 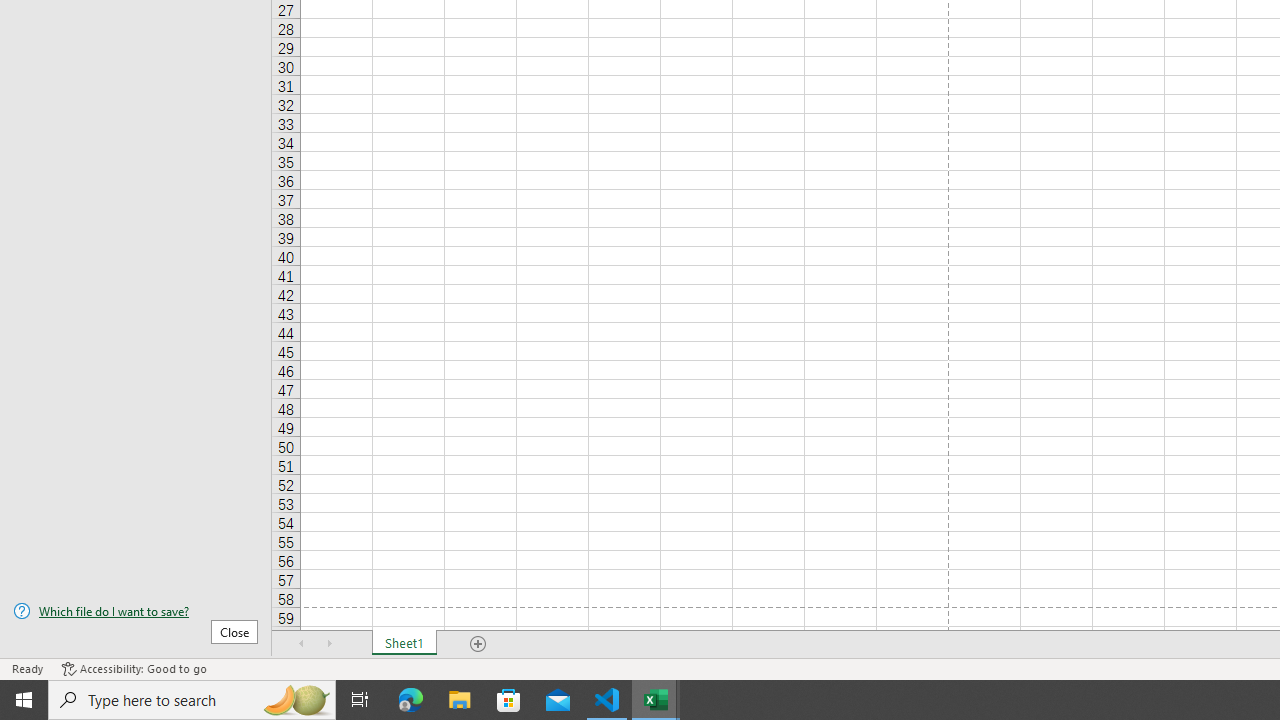 I want to click on 'Sheet1', so click(x=403, y=644).